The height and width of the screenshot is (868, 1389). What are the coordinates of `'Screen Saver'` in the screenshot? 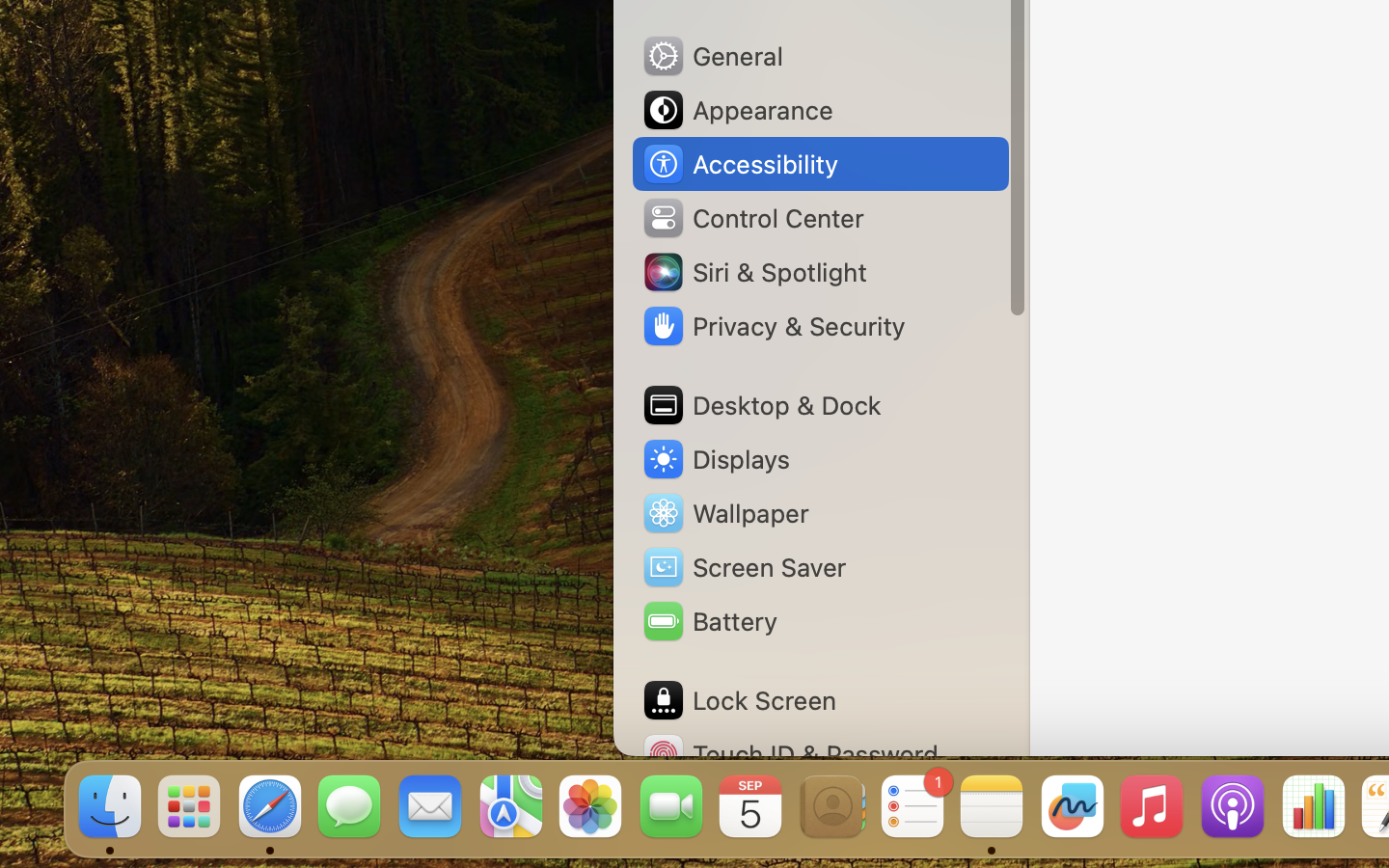 It's located at (742, 566).